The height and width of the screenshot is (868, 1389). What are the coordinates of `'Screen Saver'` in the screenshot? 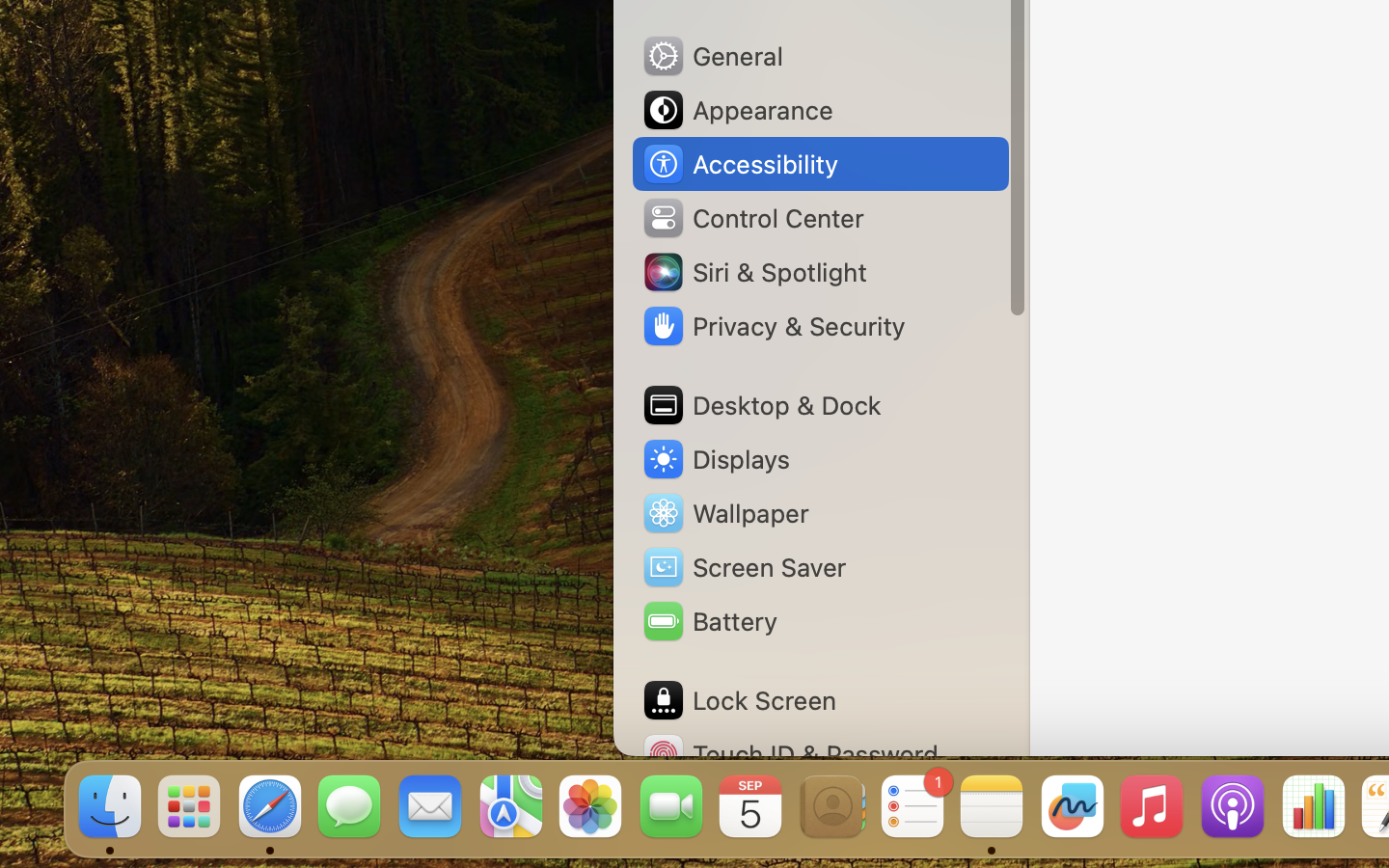 It's located at (742, 566).